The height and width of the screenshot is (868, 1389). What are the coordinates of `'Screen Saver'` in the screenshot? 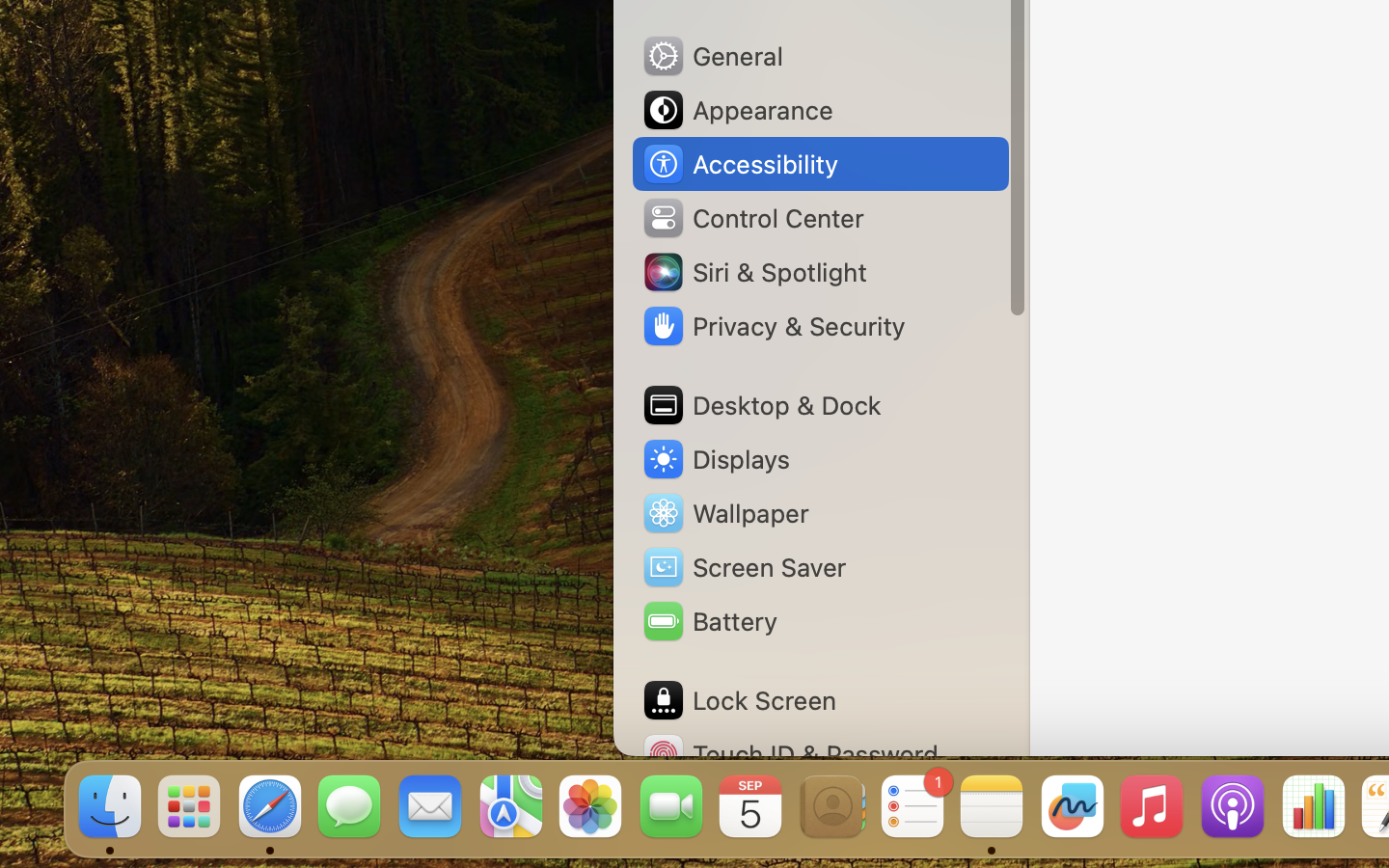 It's located at (742, 566).